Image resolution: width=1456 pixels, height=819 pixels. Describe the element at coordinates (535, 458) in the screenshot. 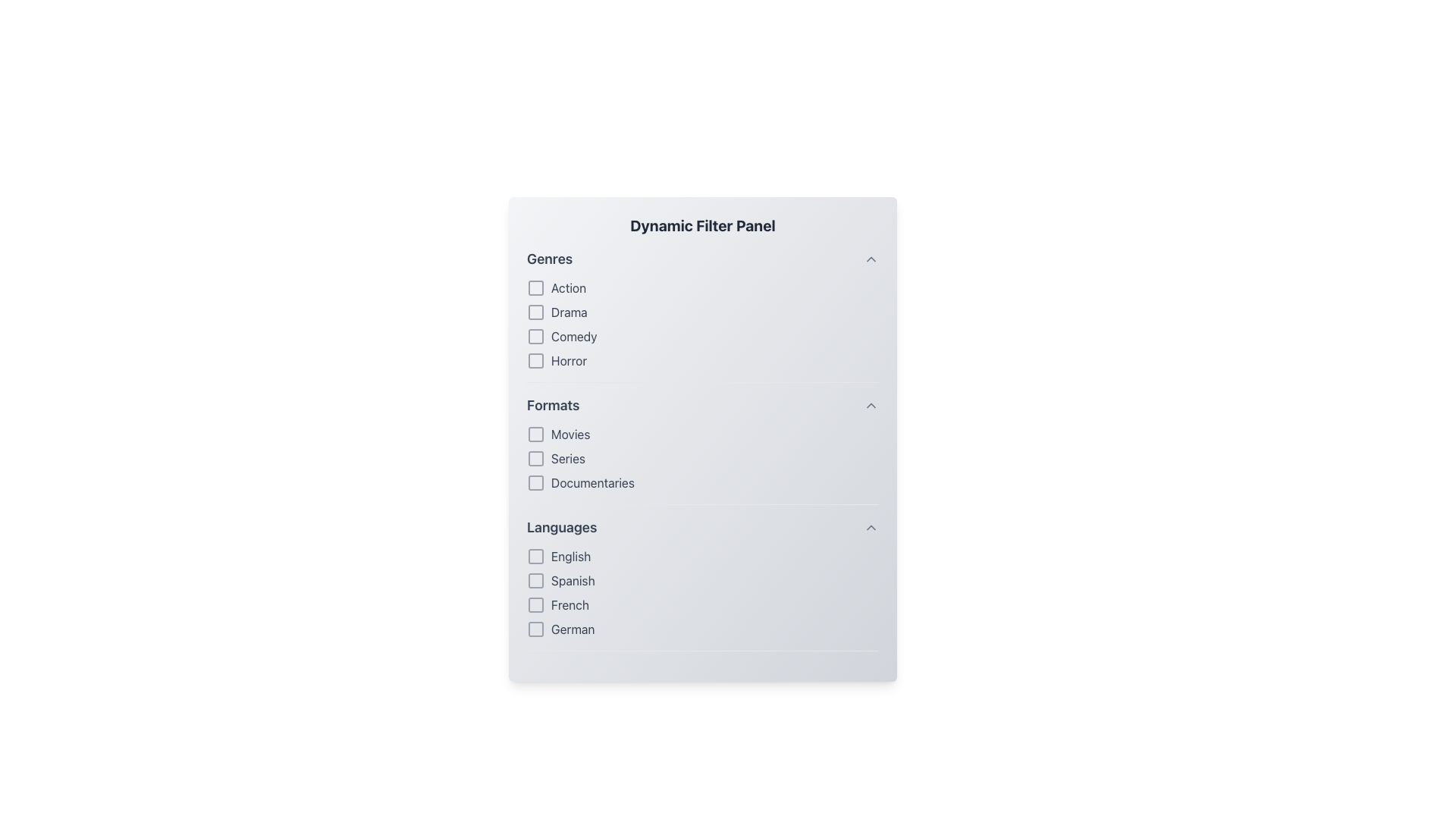

I see `the second checkbox in the 'Formats' section of the filter panel, located directly to the left of the label 'Series'` at that location.